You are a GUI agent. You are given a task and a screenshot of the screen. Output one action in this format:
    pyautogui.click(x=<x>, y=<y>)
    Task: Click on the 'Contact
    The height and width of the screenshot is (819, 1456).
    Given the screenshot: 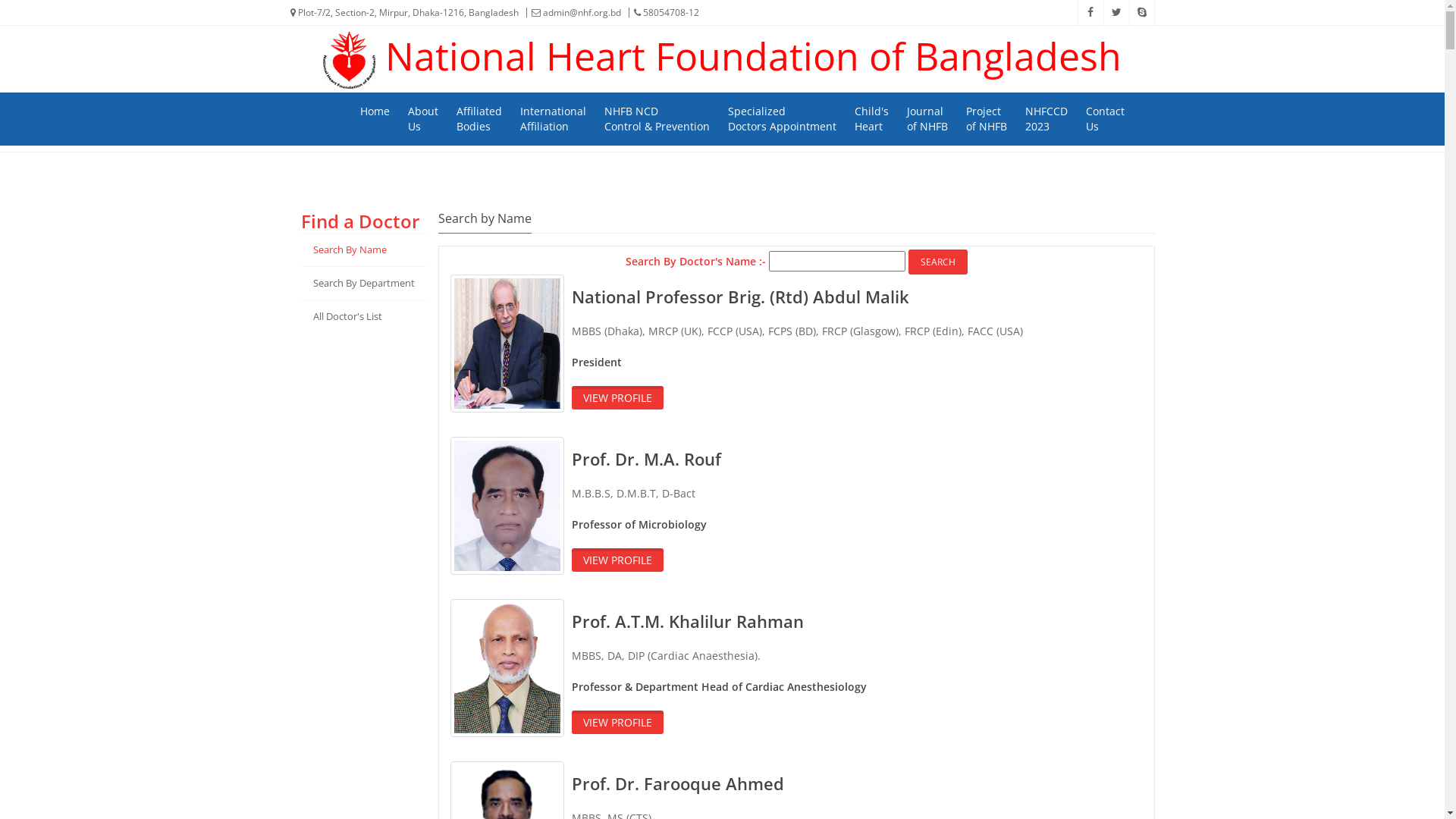 What is the action you would take?
    pyautogui.click(x=1104, y=118)
    